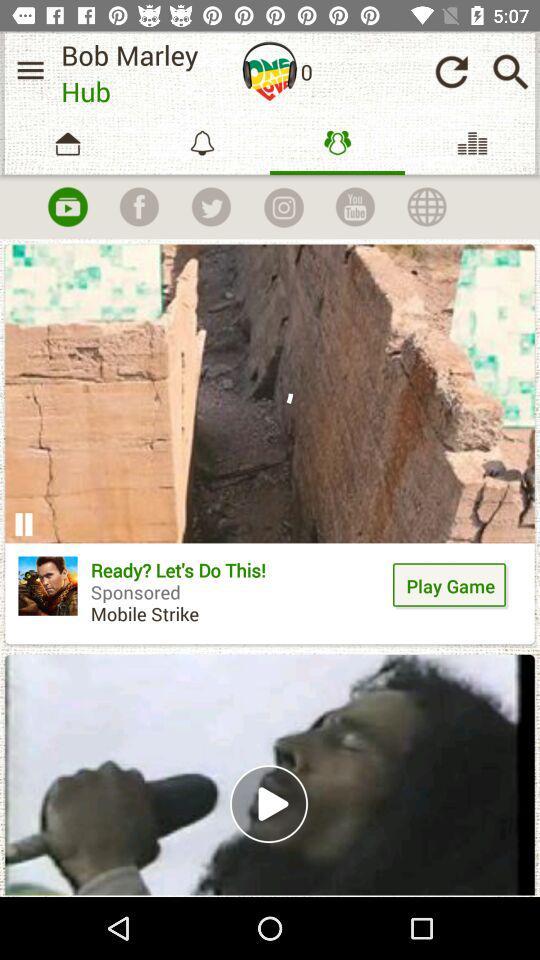 The image size is (540, 960). What do you see at coordinates (210, 207) in the screenshot?
I see `visit on twitter` at bounding box center [210, 207].